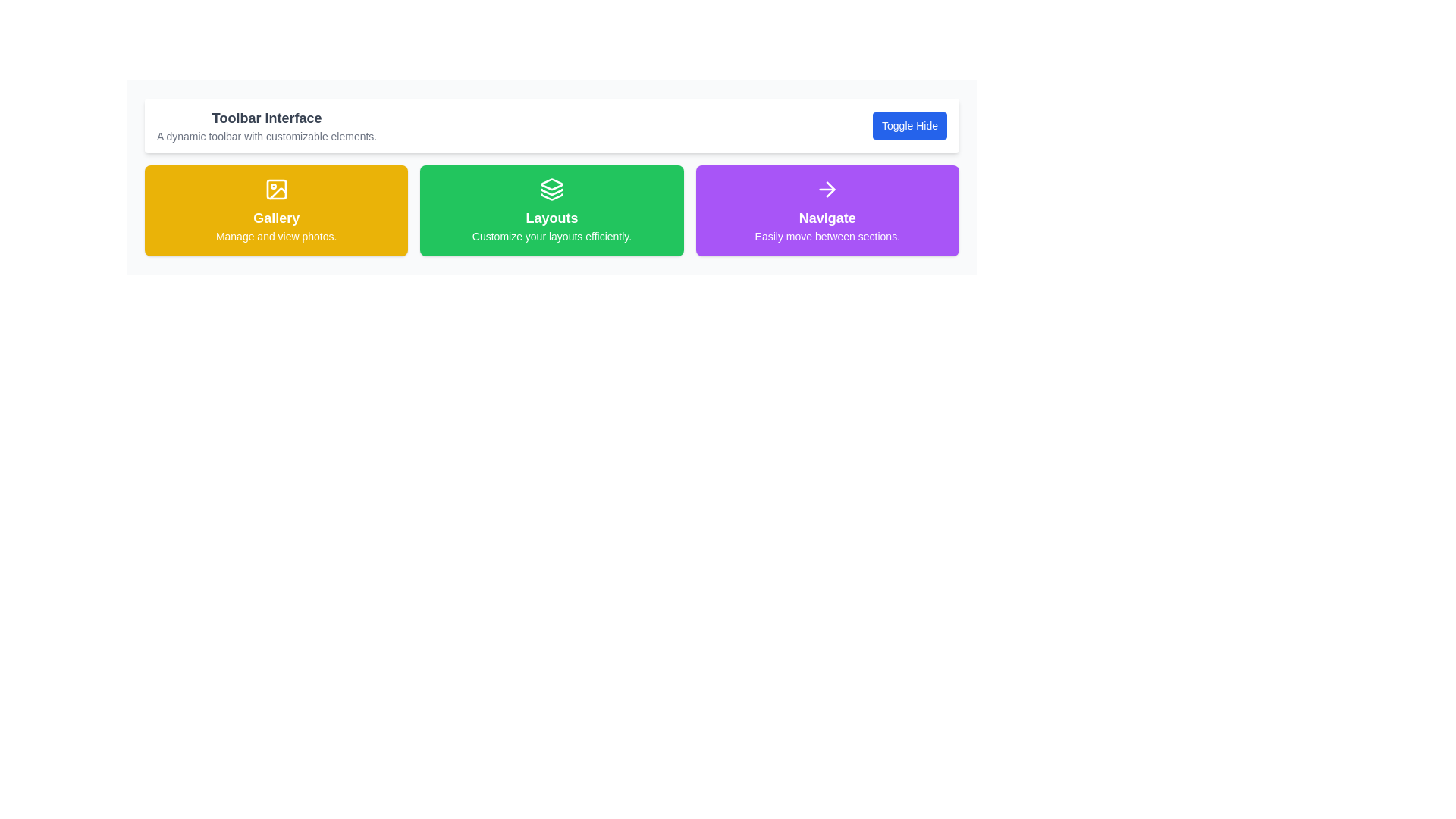  Describe the element at coordinates (827, 237) in the screenshot. I see `the static text element that provides a descriptive subtitle for the main title 'Navigate', located directly below the title and adjacent to a right-arrow icon` at that location.